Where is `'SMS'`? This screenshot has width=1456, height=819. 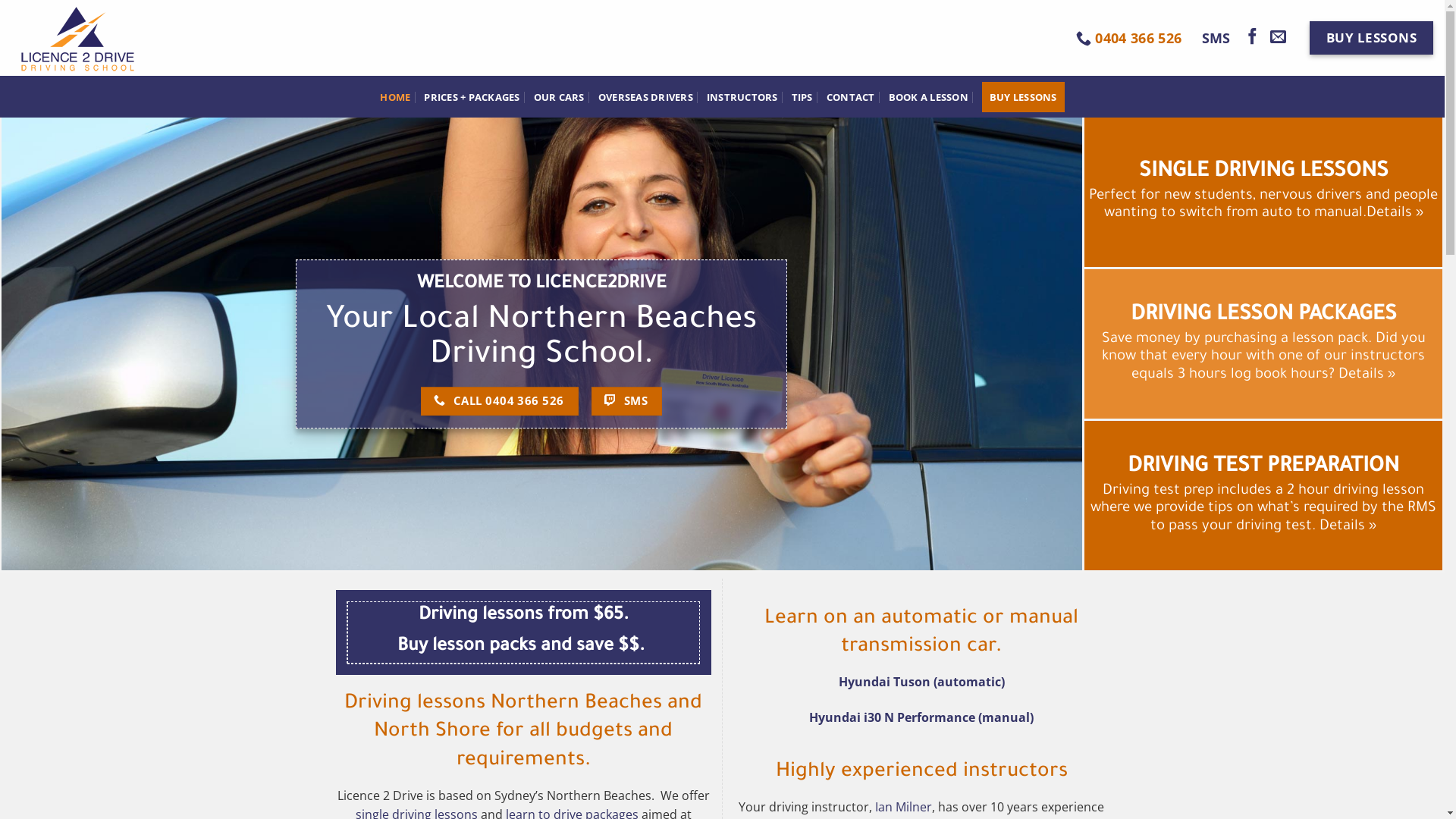
'SMS' is located at coordinates (626, 400).